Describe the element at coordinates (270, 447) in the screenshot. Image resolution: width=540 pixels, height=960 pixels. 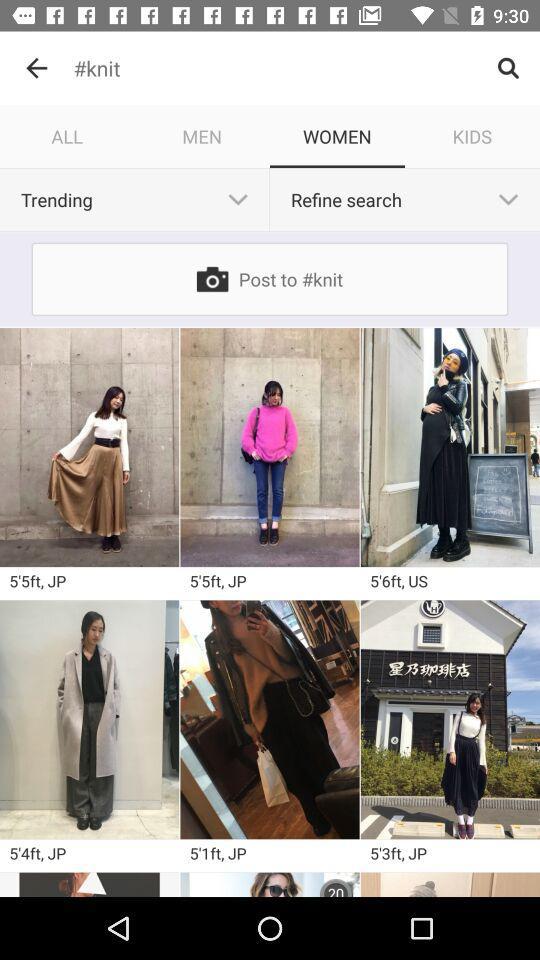
I see `choose this outfit` at that location.